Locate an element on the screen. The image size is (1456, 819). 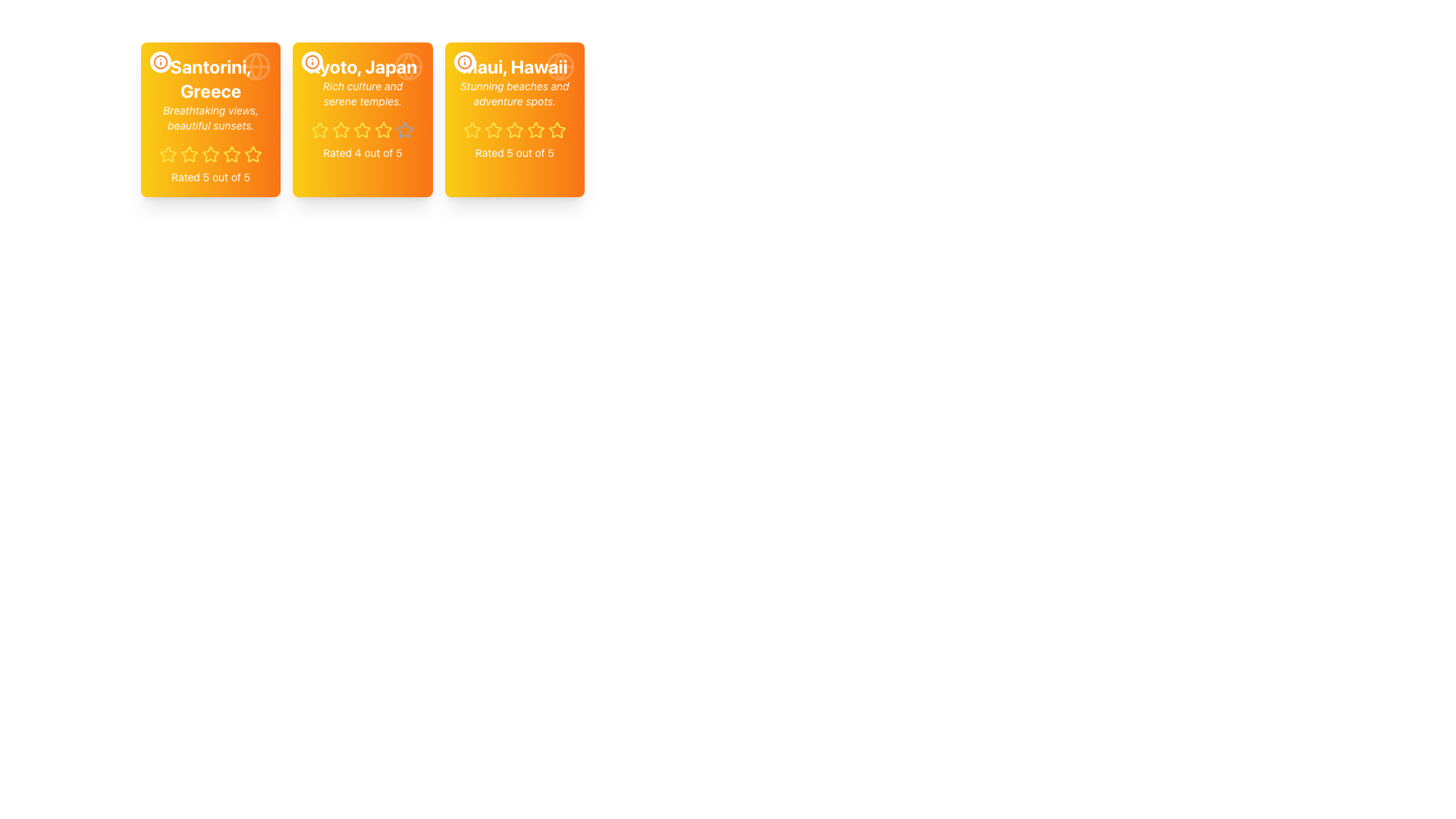
the circular element located within the globe icon in the top-left card of the grid layout is located at coordinates (256, 66).